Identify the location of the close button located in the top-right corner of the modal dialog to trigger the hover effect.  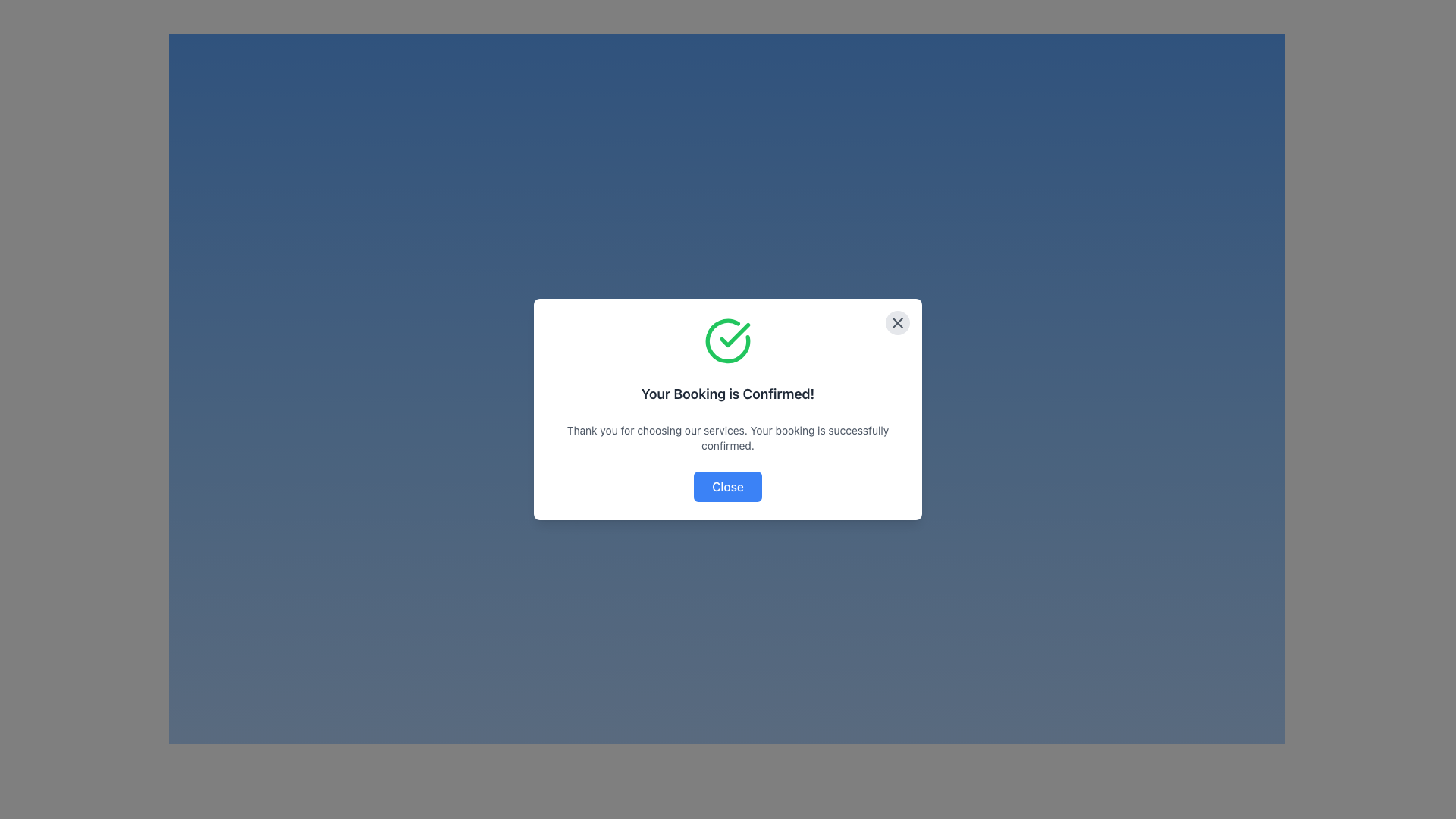
(898, 322).